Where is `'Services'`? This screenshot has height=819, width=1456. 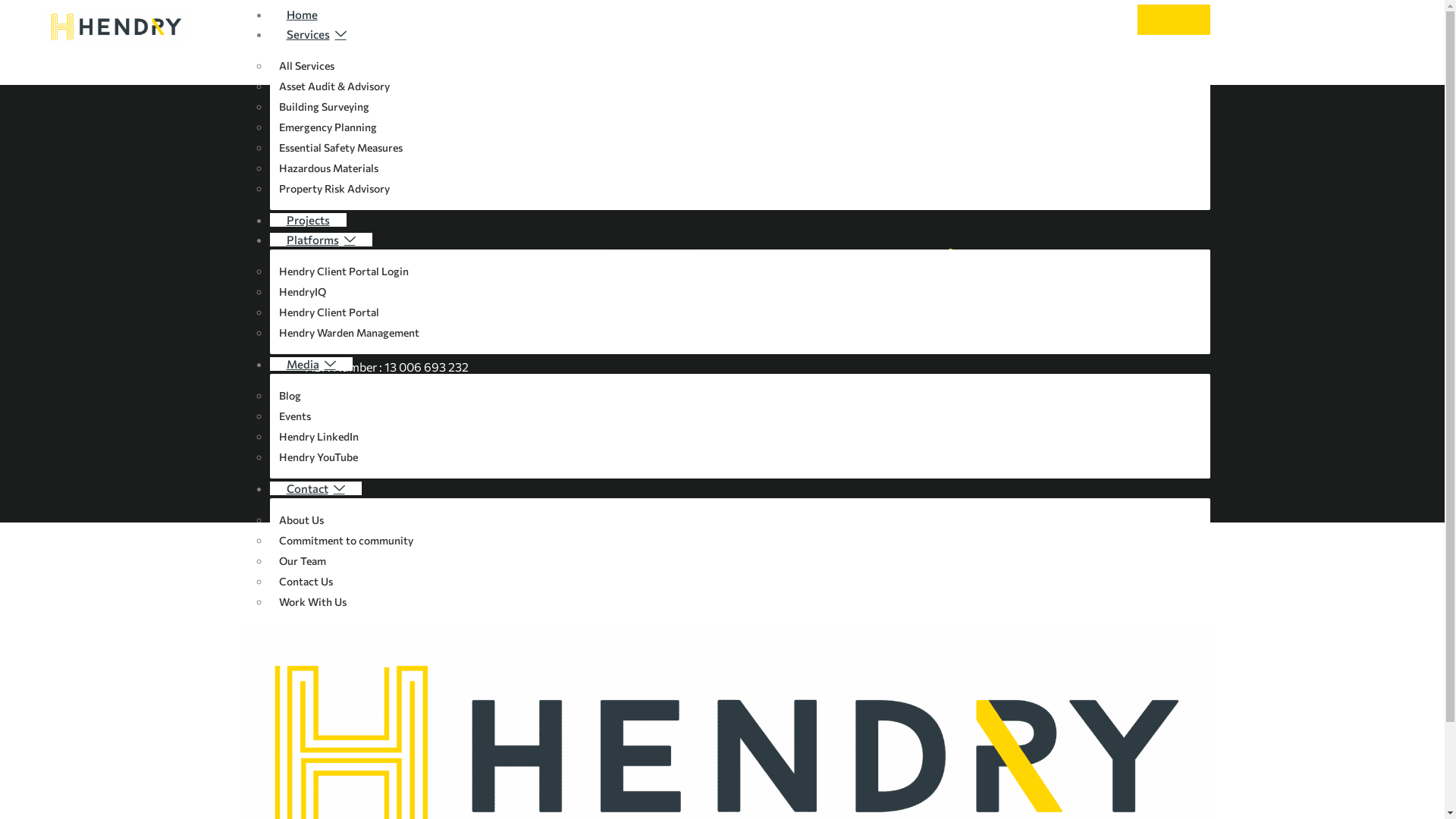 'Services' is located at coordinates (269, 34).